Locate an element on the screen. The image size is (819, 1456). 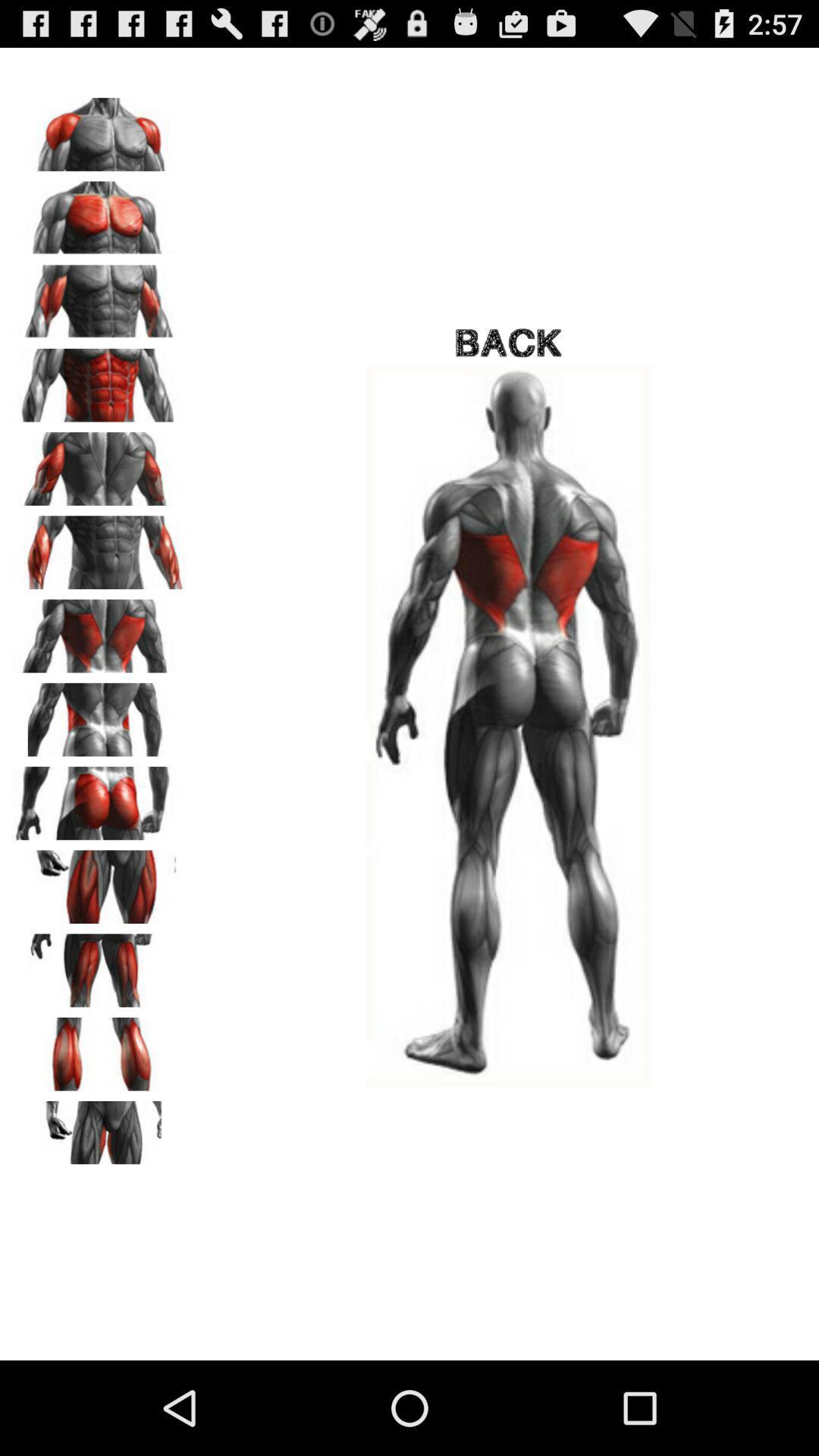
click on back icon is located at coordinates (99, 631).